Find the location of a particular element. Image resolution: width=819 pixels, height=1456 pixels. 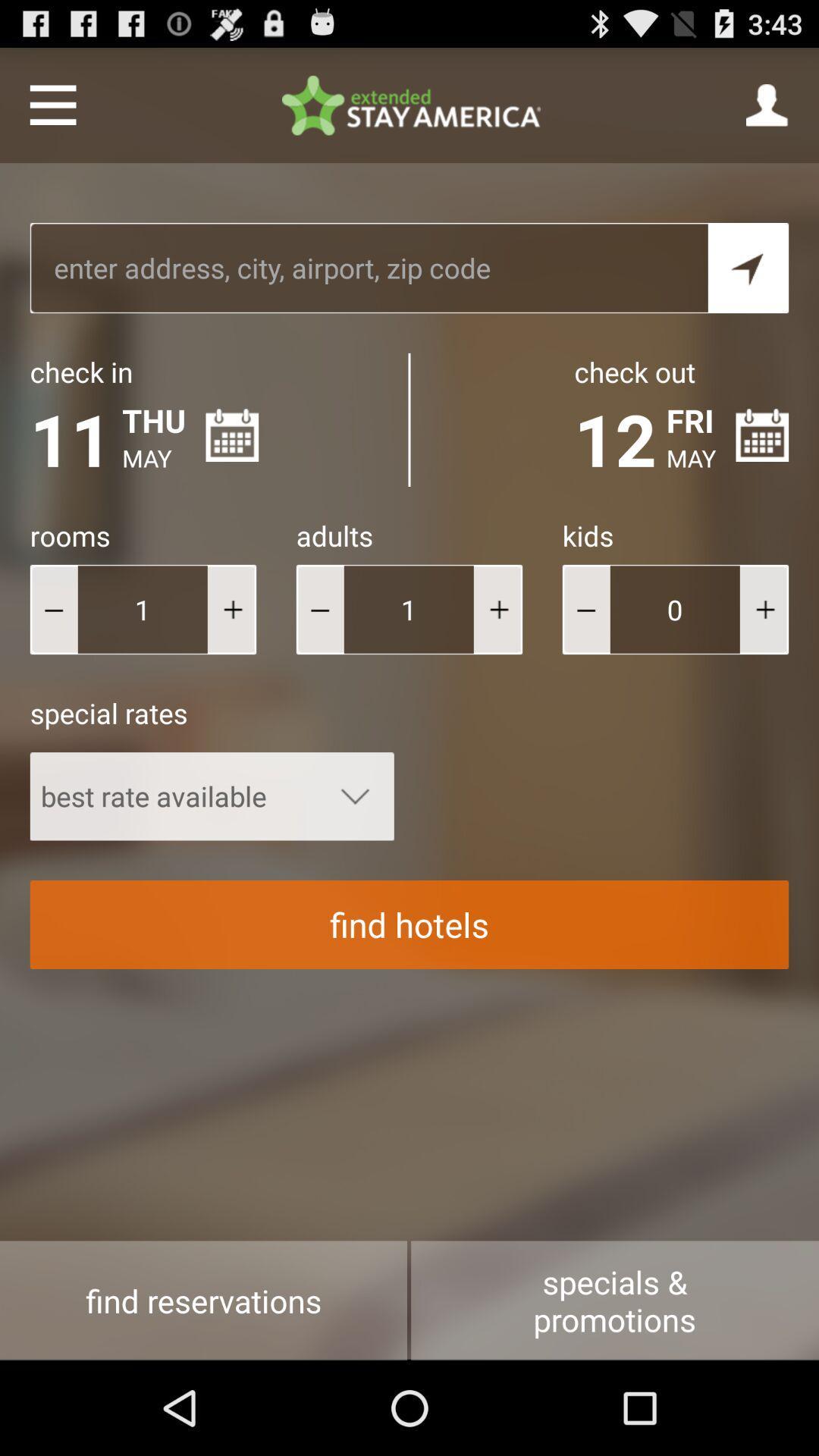

the menu icon is located at coordinates (52, 111).